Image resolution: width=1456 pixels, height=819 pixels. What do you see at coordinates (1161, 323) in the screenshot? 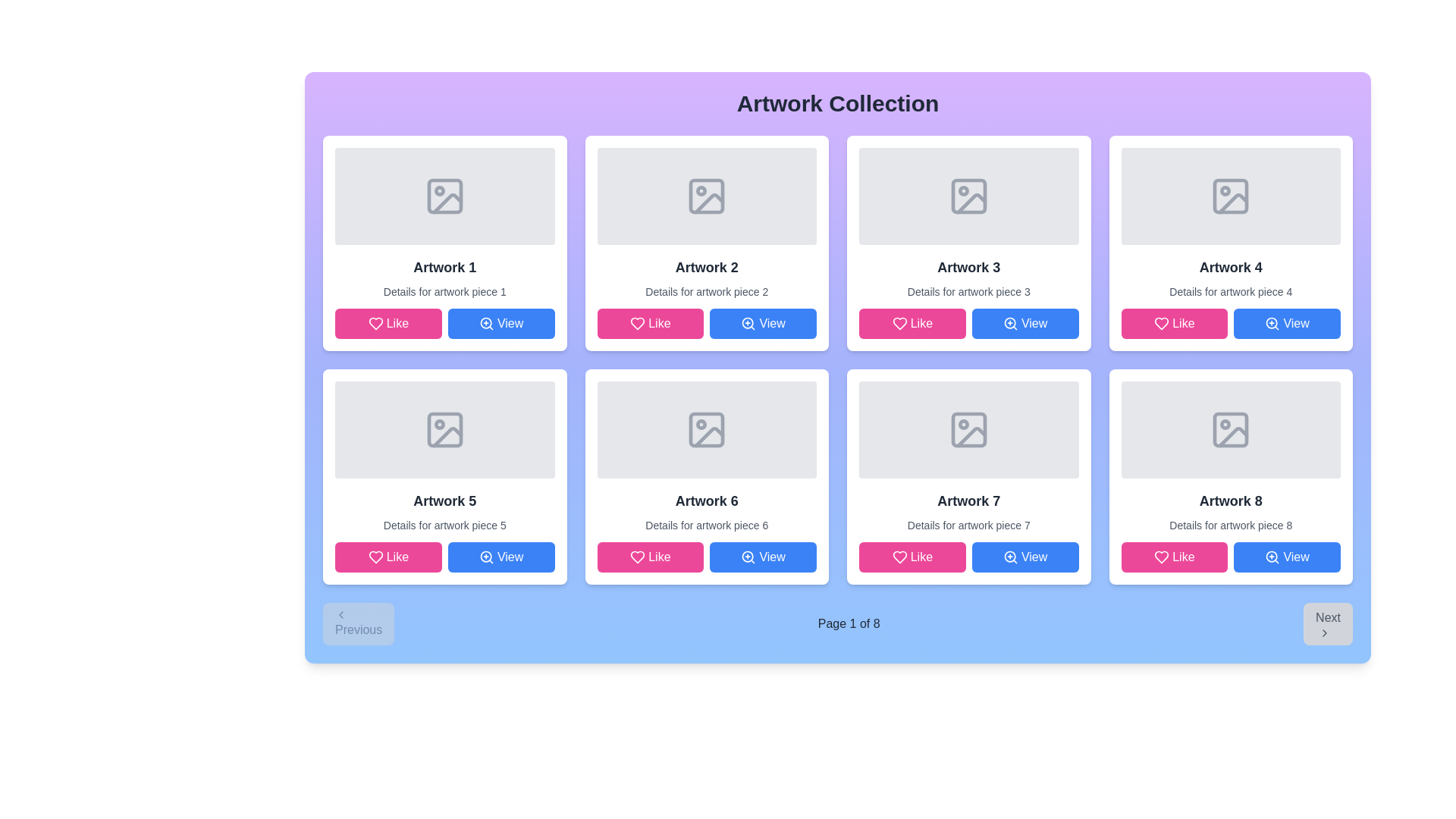
I see `the heart icon next to the 'Like' text in the pink button under the 'Artwork 4' card` at bounding box center [1161, 323].